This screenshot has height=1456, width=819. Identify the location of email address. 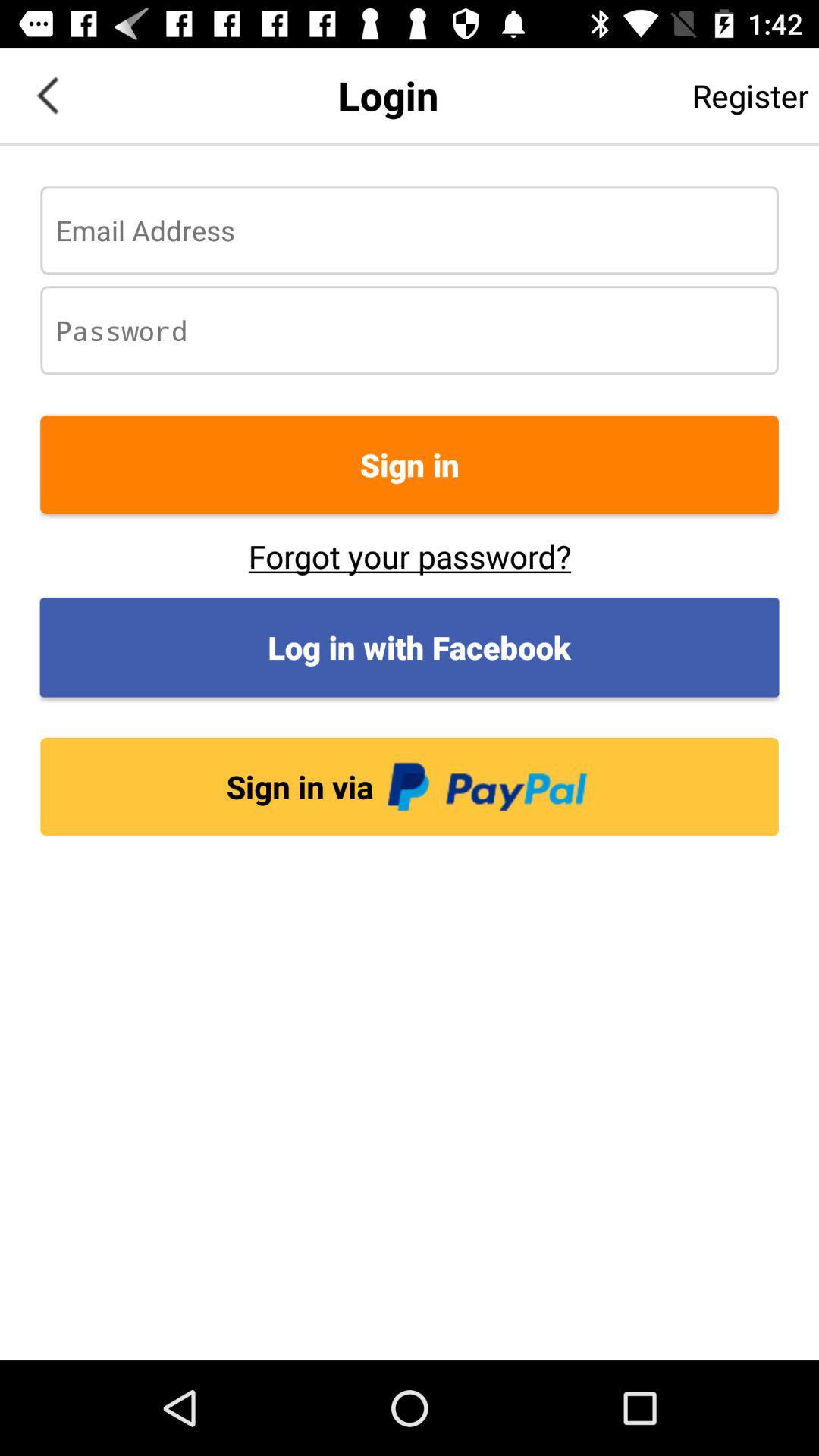
(409, 229).